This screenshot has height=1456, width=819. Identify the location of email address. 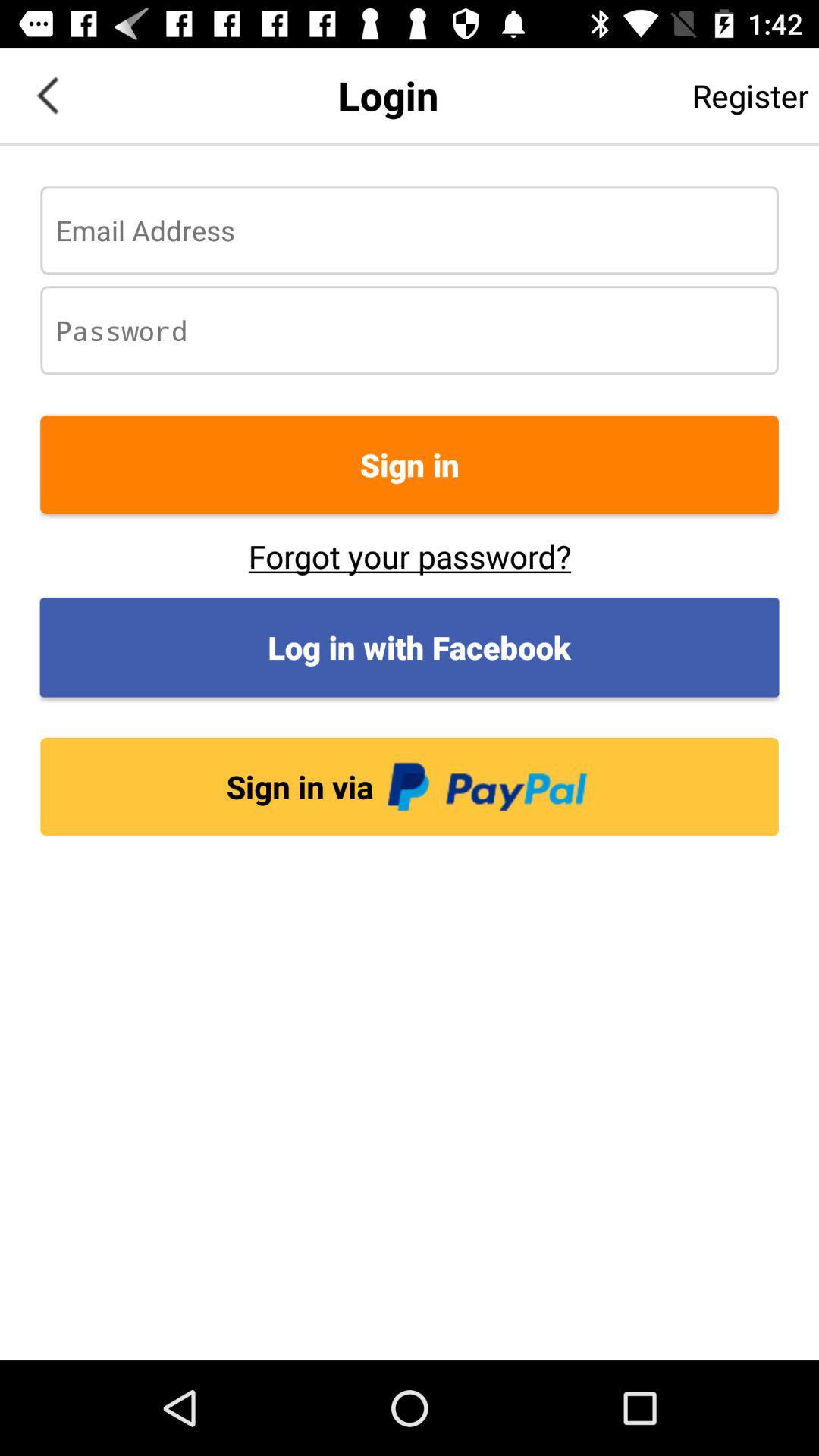
(409, 229).